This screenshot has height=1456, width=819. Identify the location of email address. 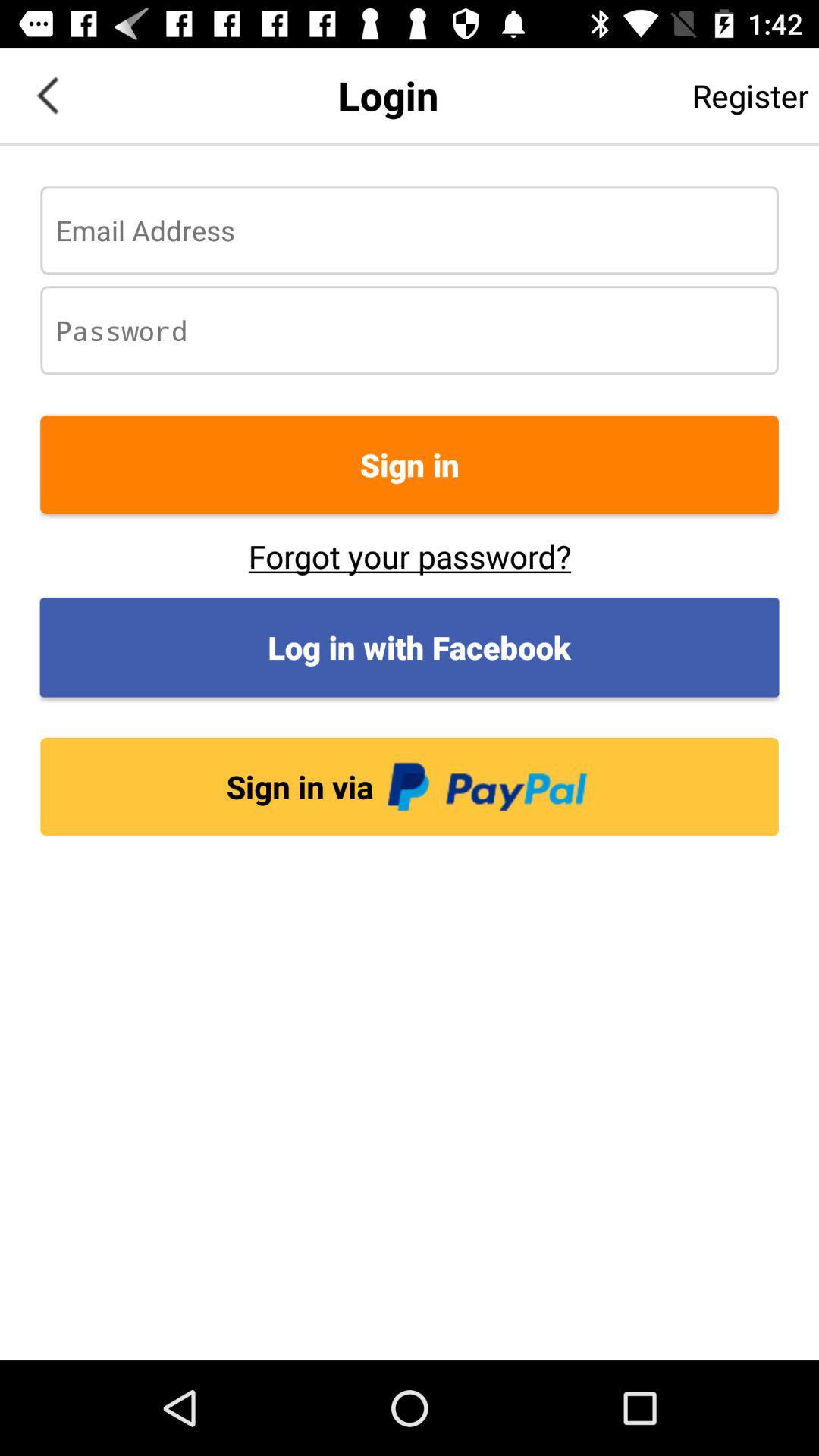
(409, 229).